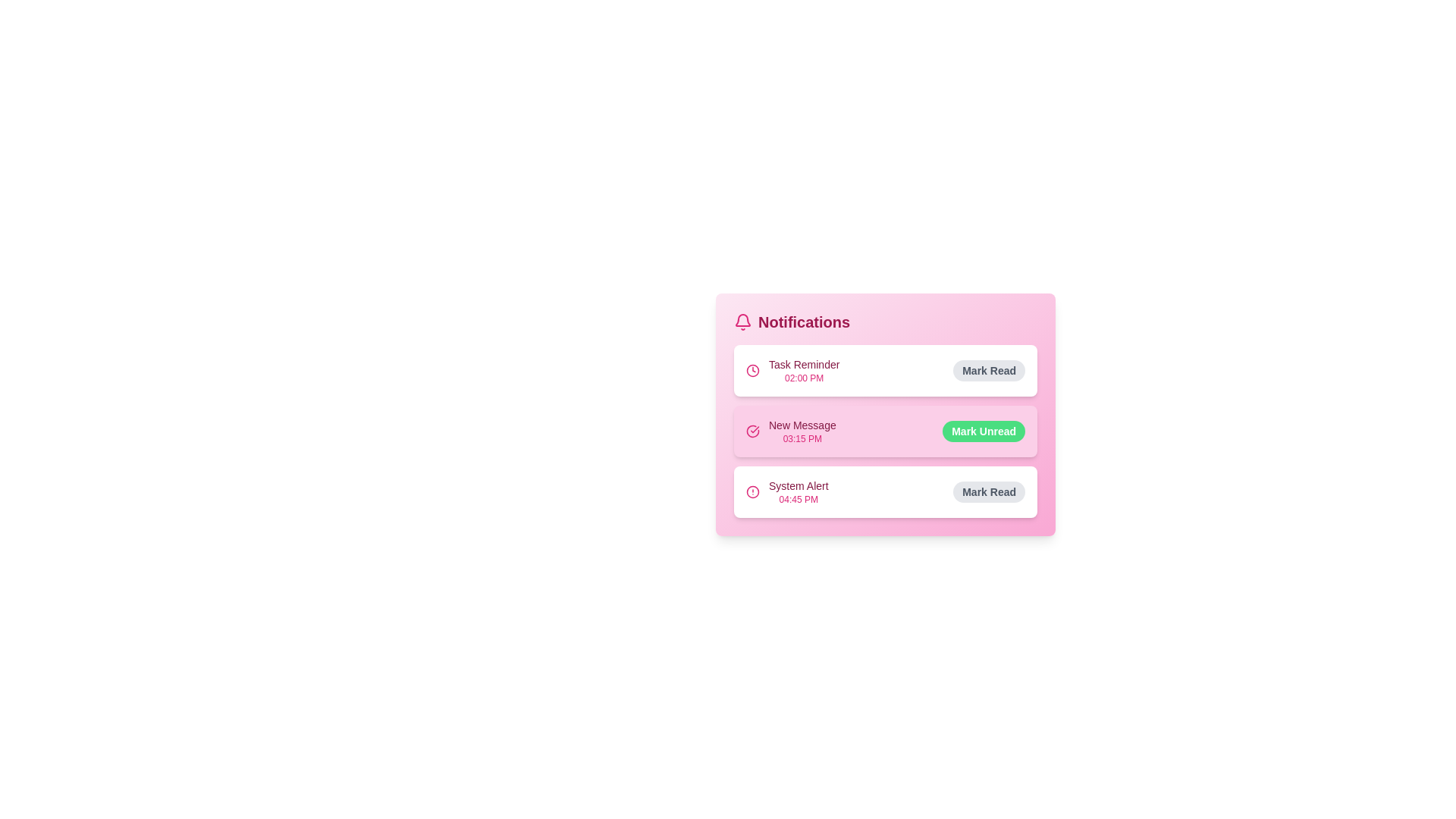 The width and height of the screenshot is (1456, 819). What do you see at coordinates (753, 491) in the screenshot?
I see `the icon representing the notification type System Alert` at bounding box center [753, 491].